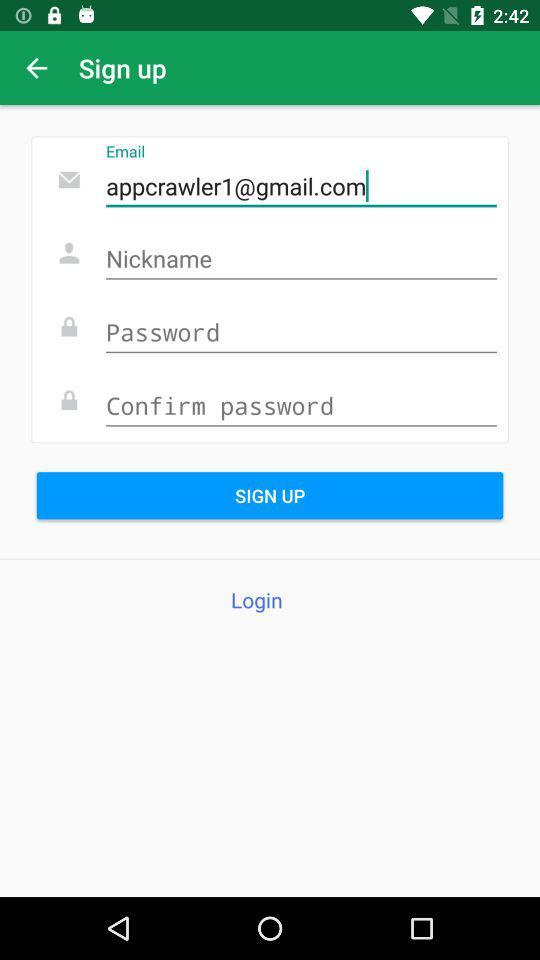 Image resolution: width=540 pixels, height=960 pixels. What do you see at coordinates (300, 333) in the screenshot?
I see `password` at bounding box center [300, 333].